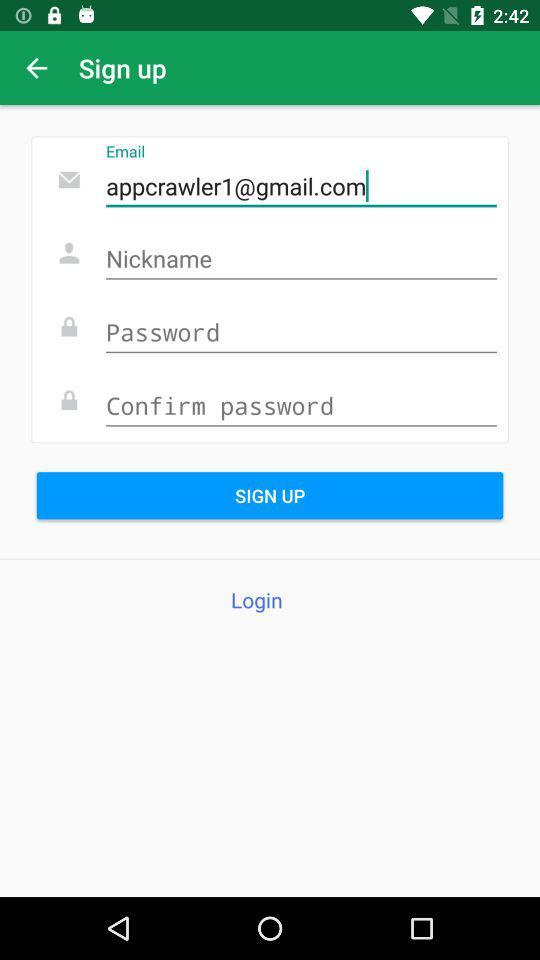 Image resolution: width=540 pixels, height=960 pixels. What do you see at coordinates (300, 333) in the screenshot?
I see `password` at bounding box center [300, 333].